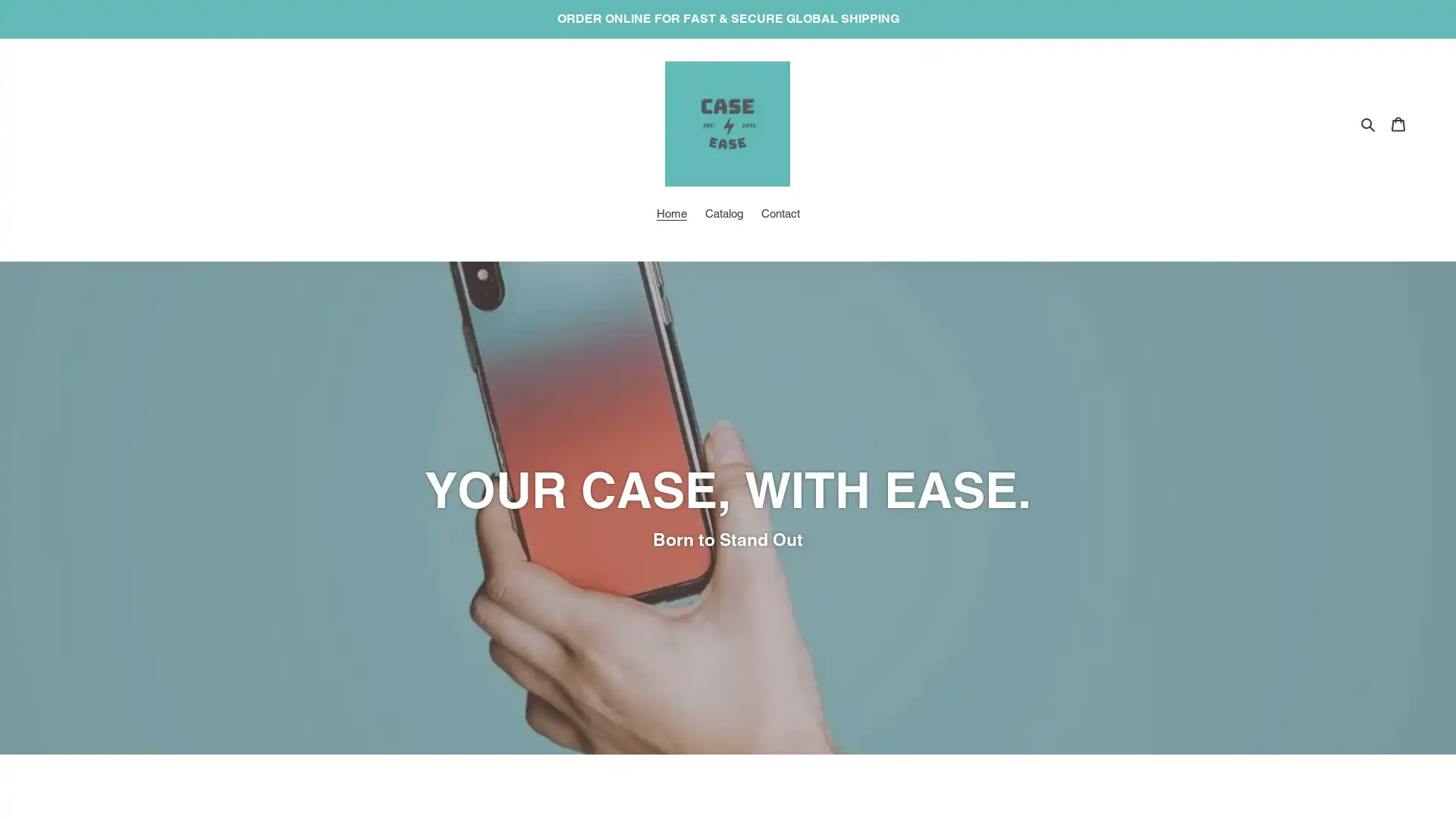  I want to click on Search, so click(1368, 122).